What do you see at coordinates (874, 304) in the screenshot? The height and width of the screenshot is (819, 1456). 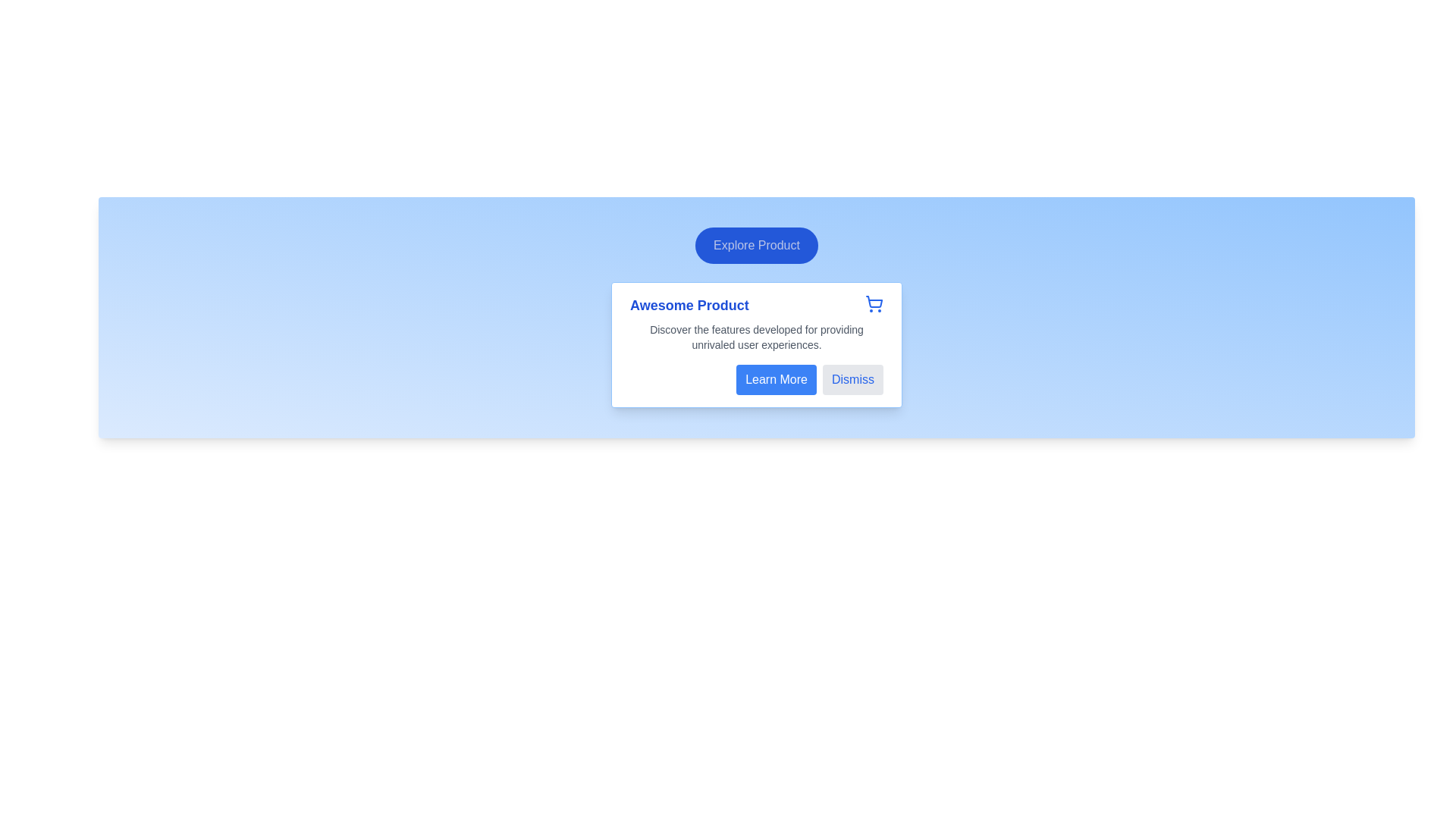 I see `the shopping cart icon located in the top-right corner of the product details card` at bounding box center [874, 304].